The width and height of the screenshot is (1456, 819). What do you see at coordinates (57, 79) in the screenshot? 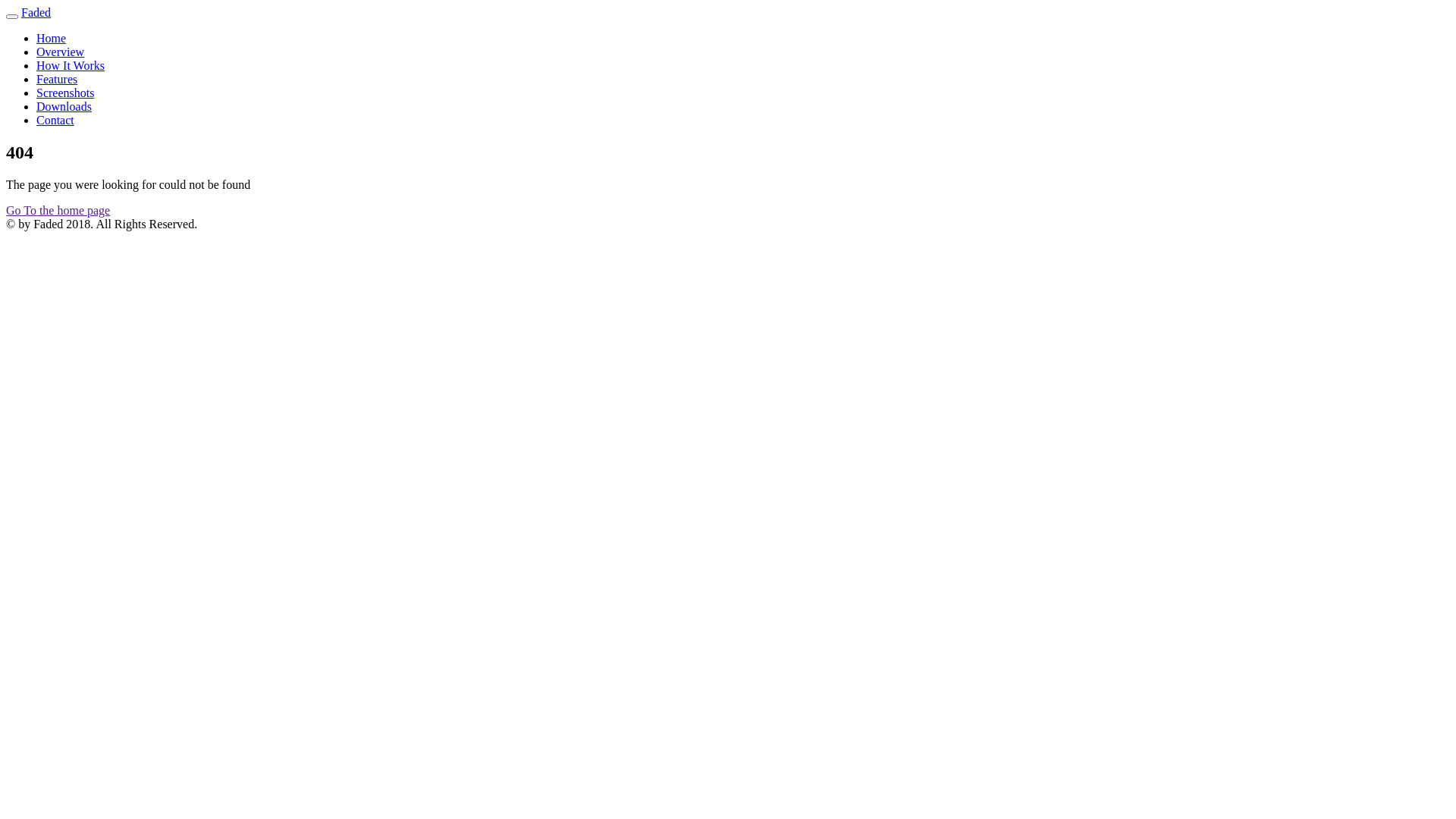
I see `'Features'` at bounding box center [57, 79].